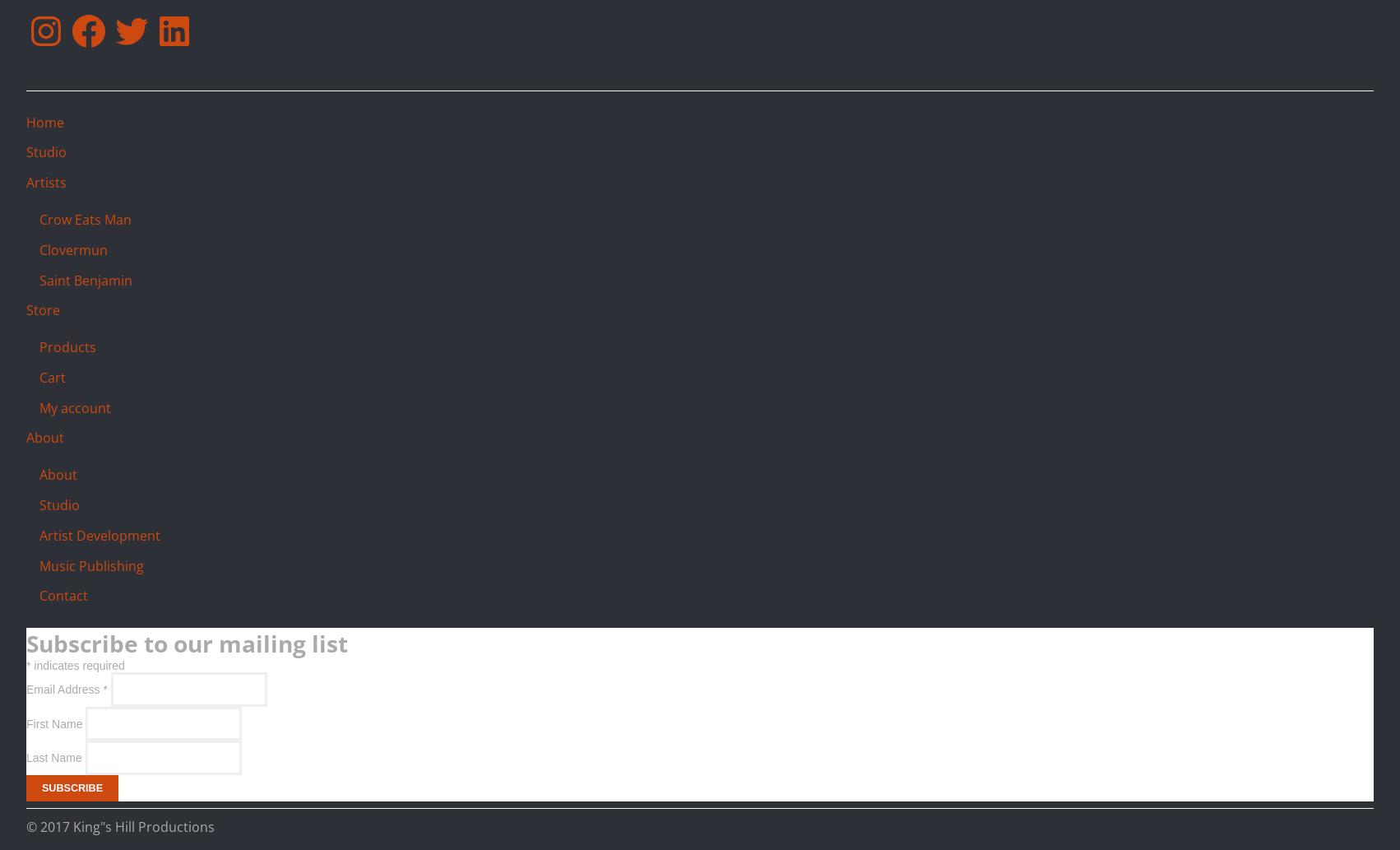 Image resolution: width=1400 pixels, height=850 pixels. I want to click on 'Clovermun', so click(73, 248).